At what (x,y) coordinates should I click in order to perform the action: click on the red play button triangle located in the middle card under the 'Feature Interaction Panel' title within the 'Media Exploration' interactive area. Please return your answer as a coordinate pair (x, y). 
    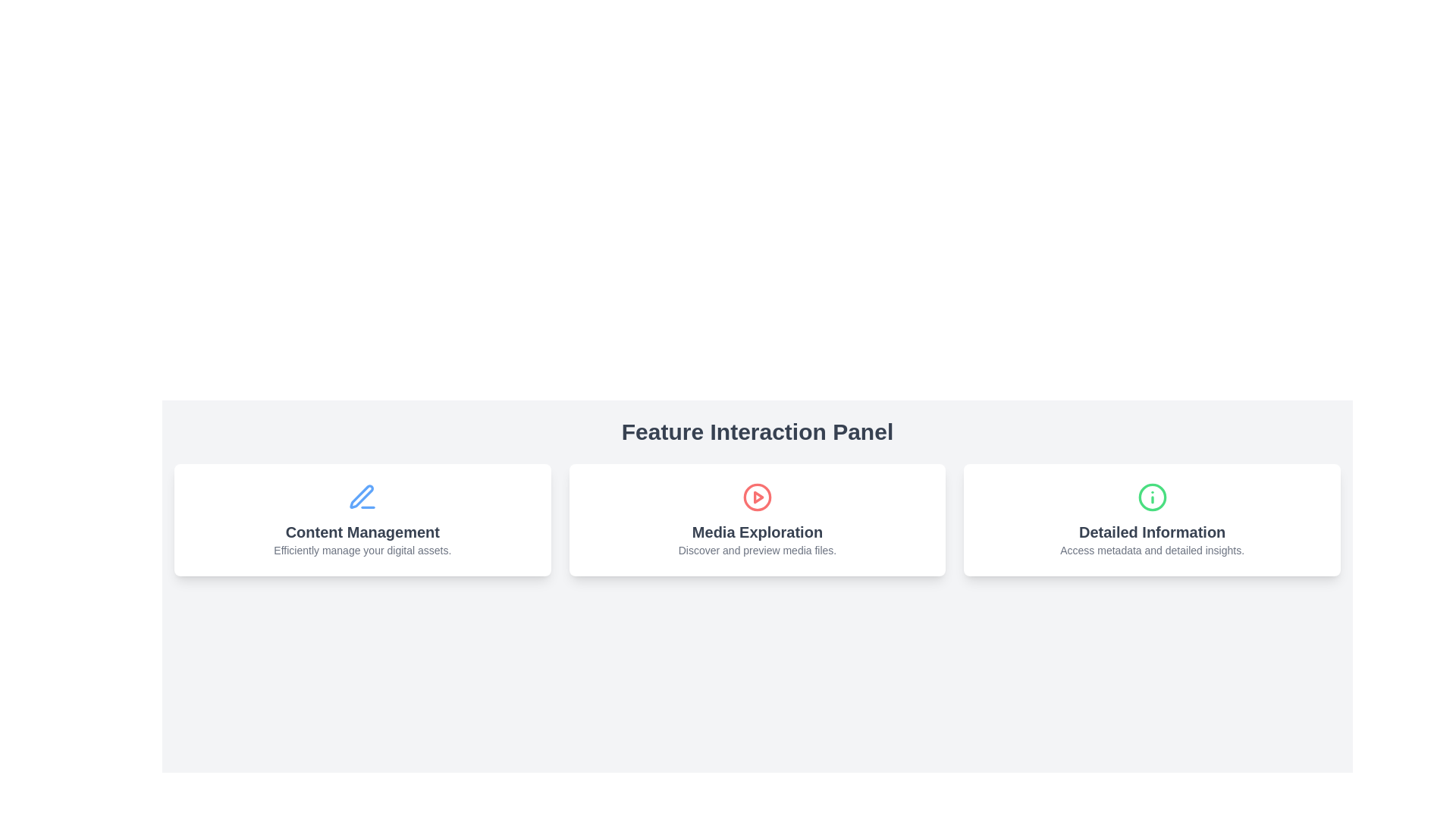
    Looking at the image, I should click on (758, 497).